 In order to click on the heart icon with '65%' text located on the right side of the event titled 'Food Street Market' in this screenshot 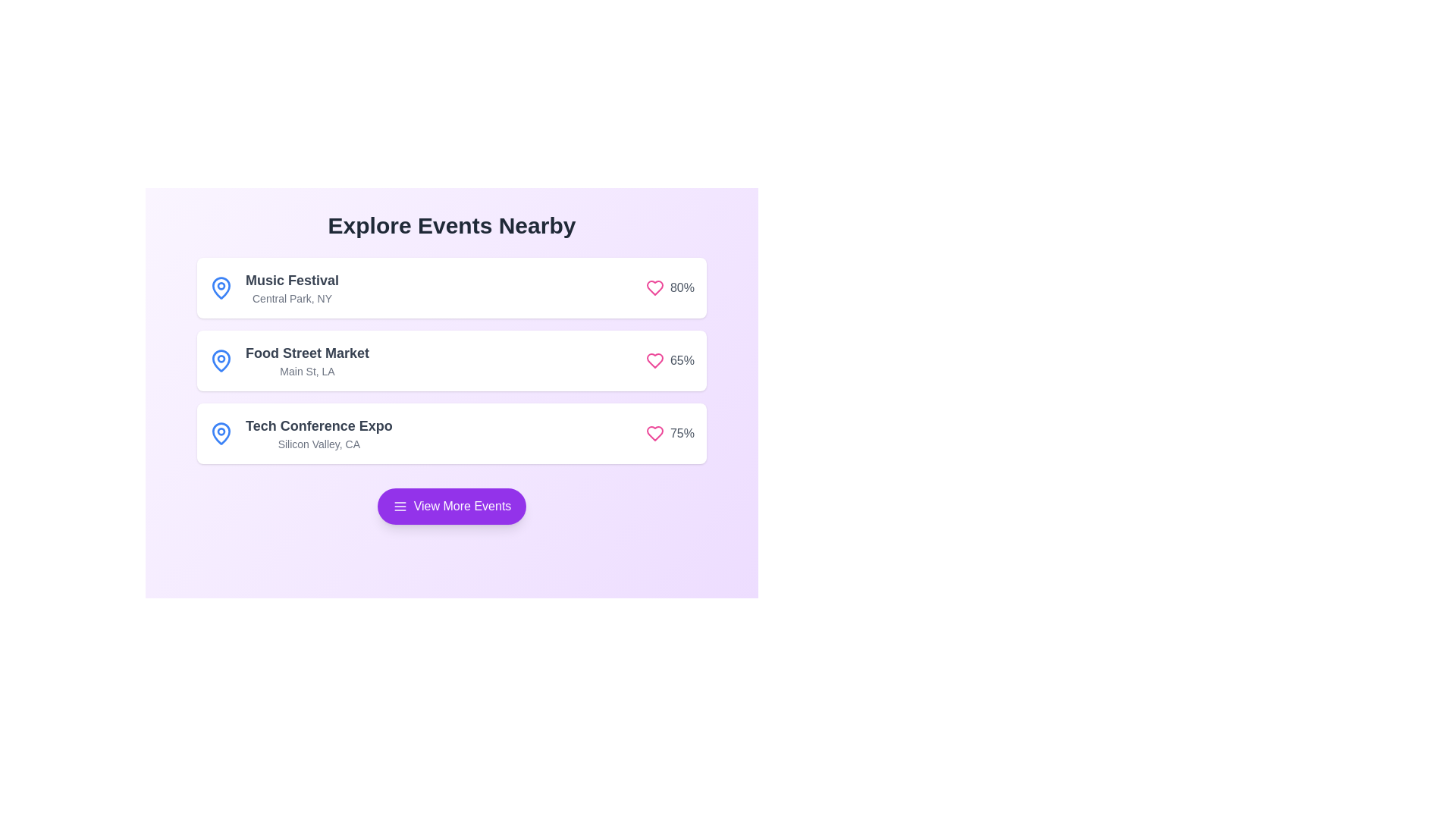, I will do `click(669, 360)`.